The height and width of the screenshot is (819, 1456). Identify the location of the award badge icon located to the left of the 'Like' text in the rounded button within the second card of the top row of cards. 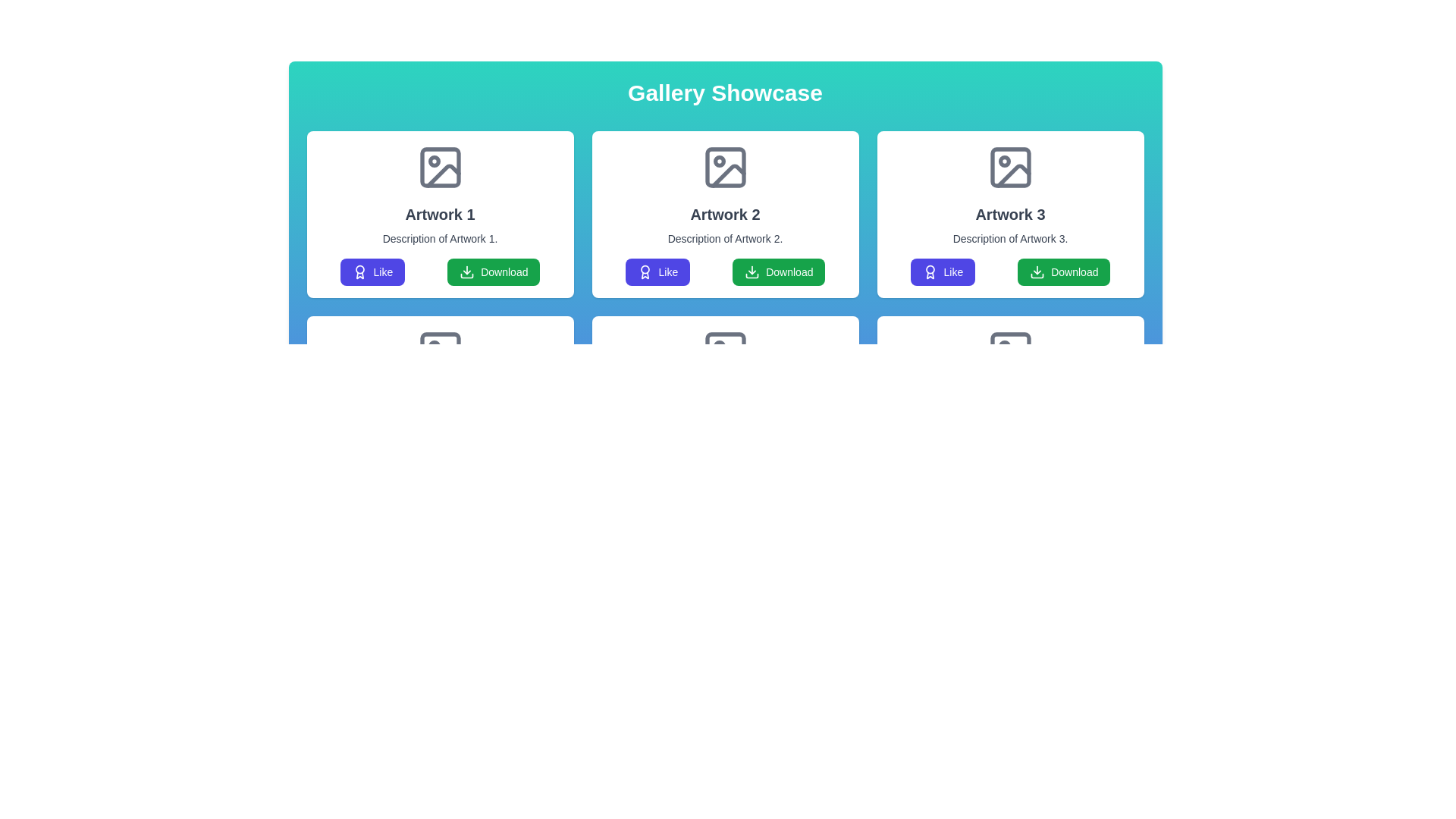
(645, 271).